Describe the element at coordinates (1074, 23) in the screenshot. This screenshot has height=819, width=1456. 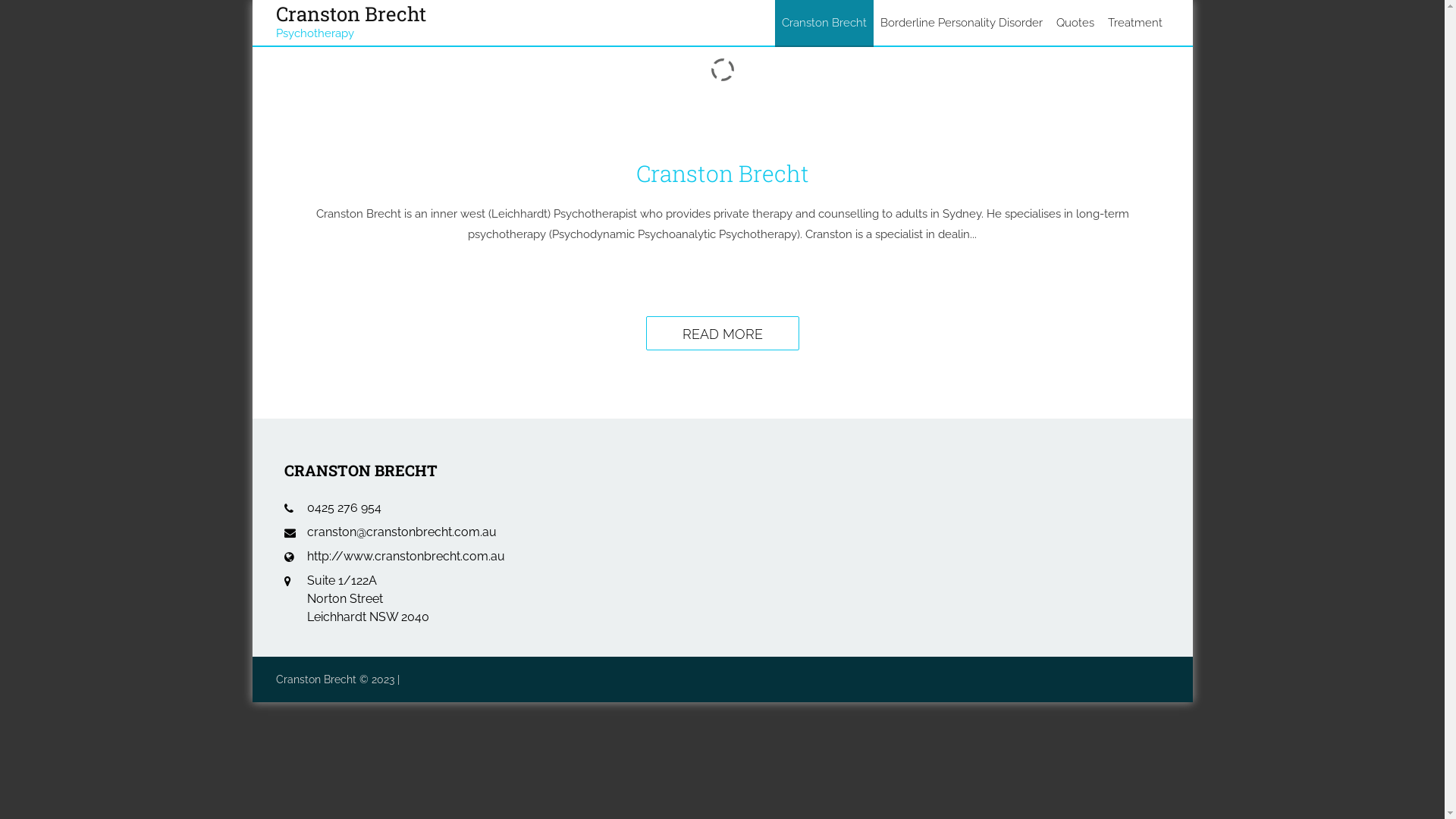
I see `'Quotes'` at that location.